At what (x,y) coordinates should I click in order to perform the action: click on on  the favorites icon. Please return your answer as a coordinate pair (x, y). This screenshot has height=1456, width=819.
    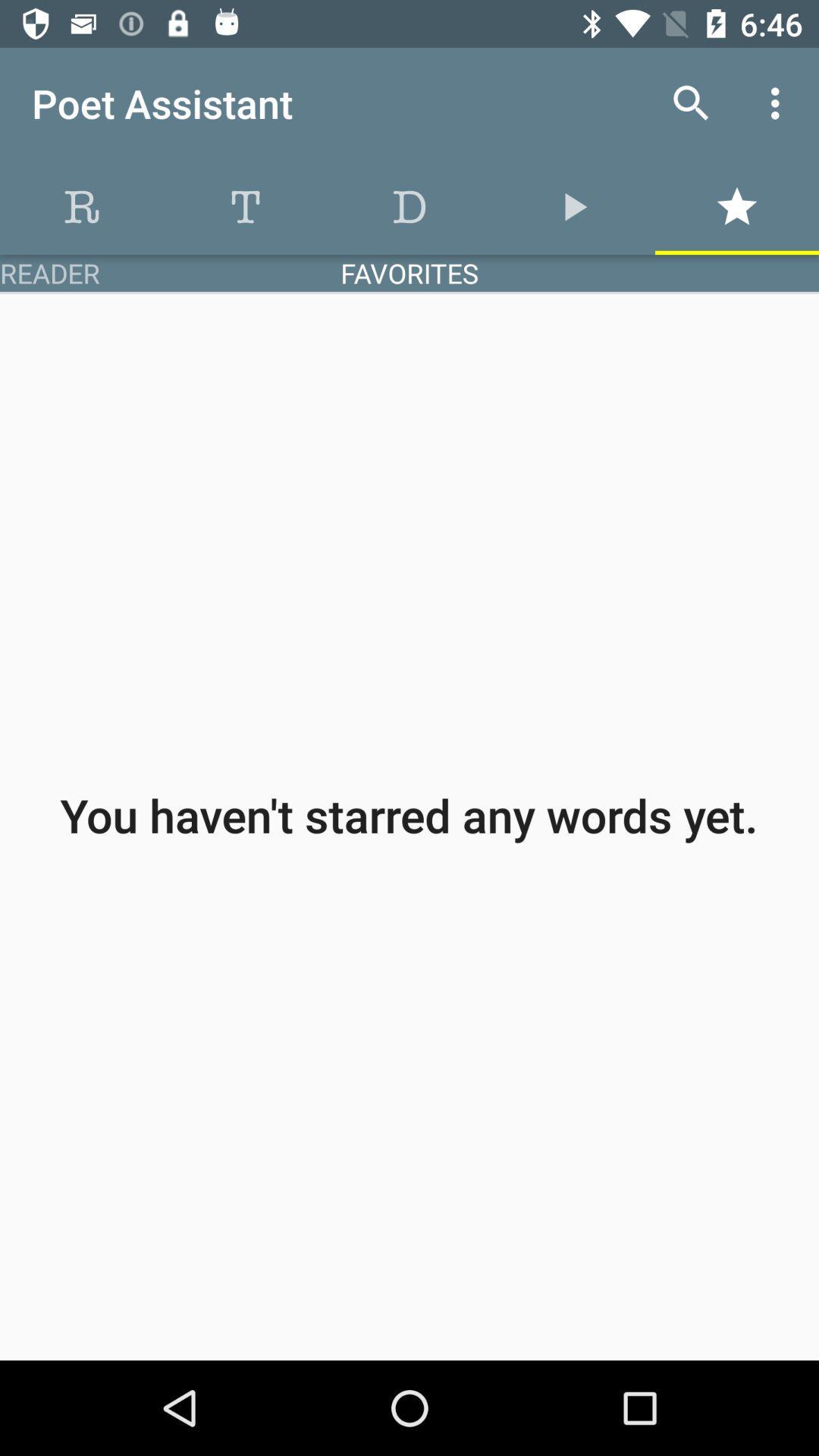
    Looking at the image, I should click on (736, 206).